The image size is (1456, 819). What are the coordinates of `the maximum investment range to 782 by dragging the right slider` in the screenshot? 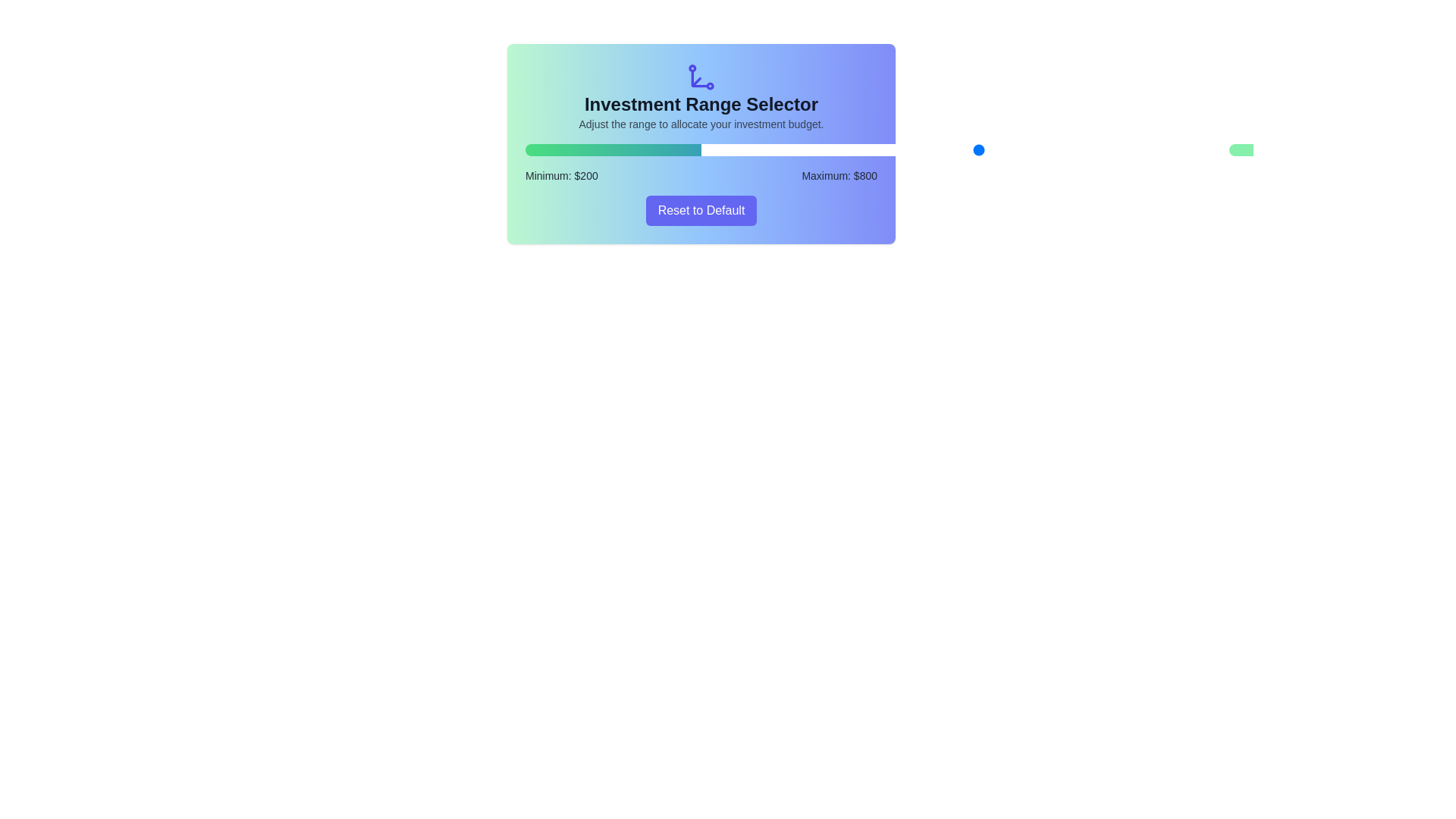 It's located at (1042, 149).